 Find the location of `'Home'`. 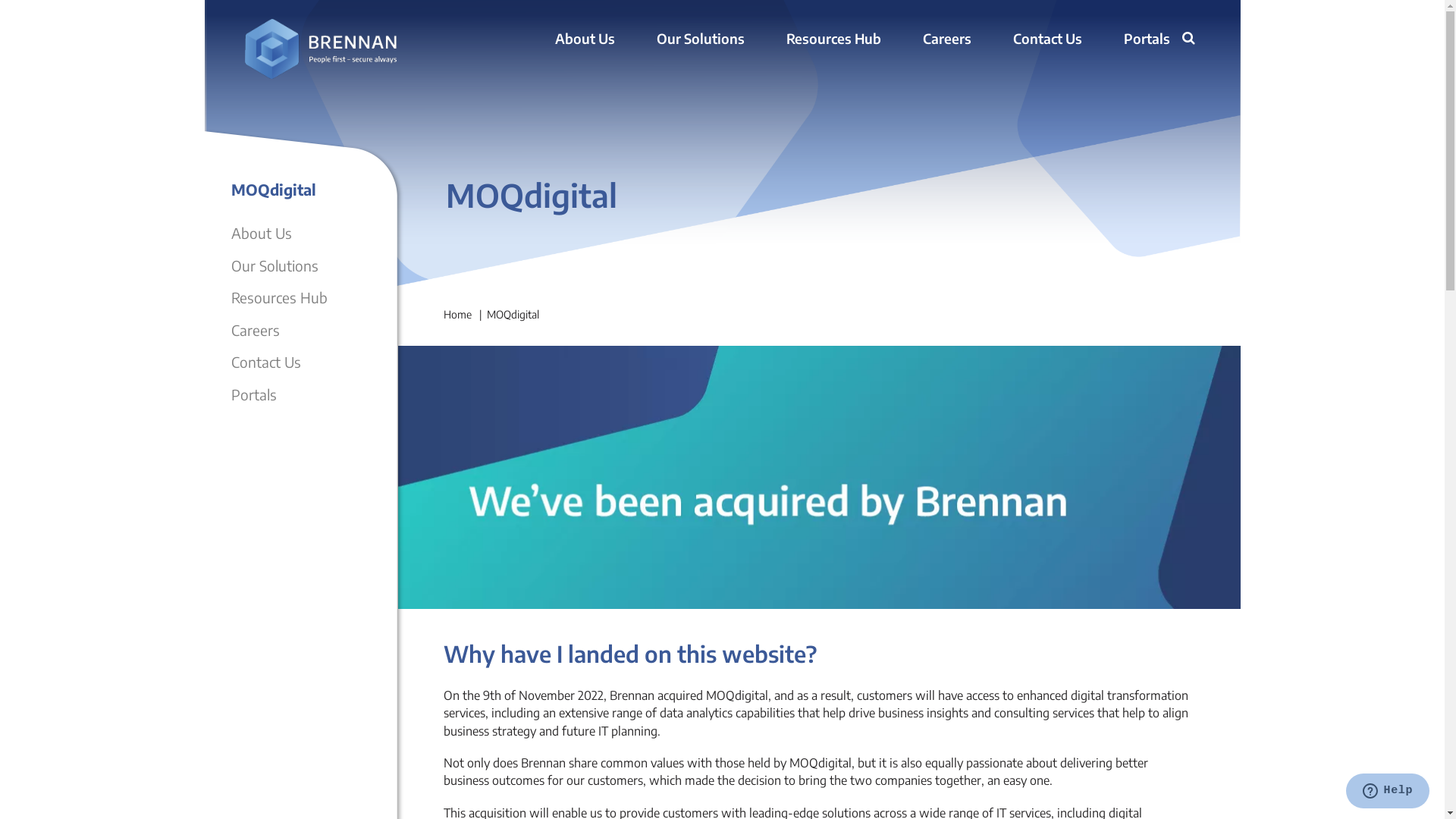

'Home' is located at coordinates (456, 313).